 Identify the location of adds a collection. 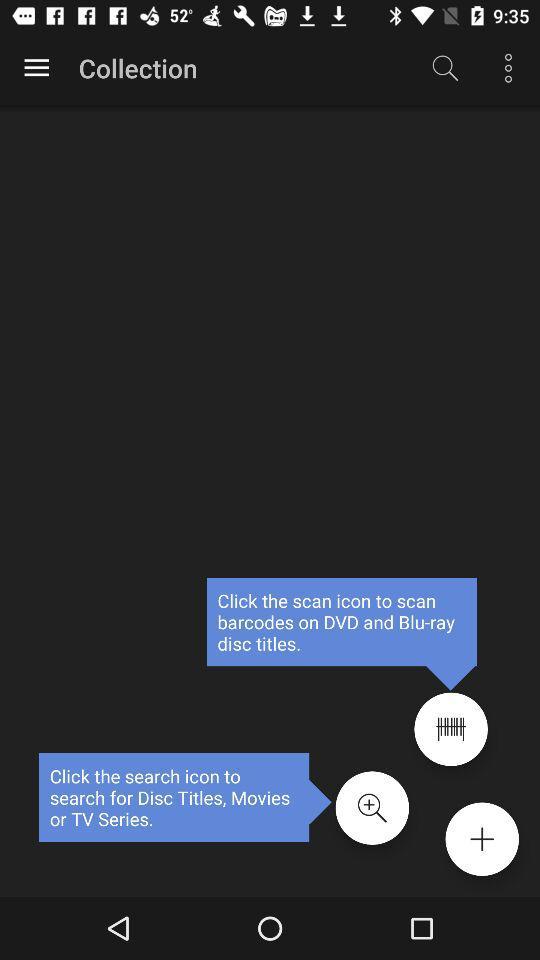
(481, 839).